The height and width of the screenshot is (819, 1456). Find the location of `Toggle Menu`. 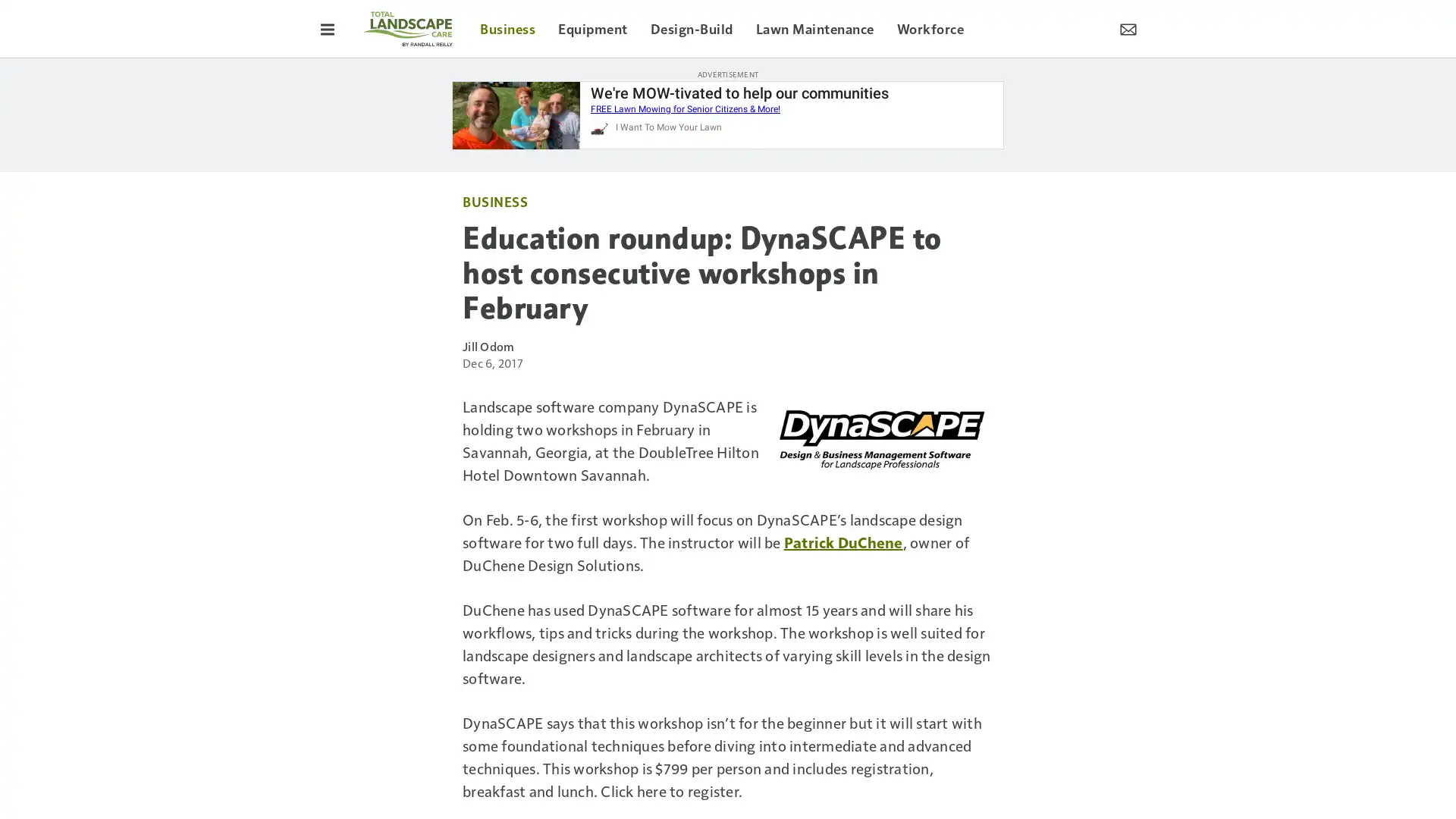

Toggle Menu is located at coordinates (327, 28).